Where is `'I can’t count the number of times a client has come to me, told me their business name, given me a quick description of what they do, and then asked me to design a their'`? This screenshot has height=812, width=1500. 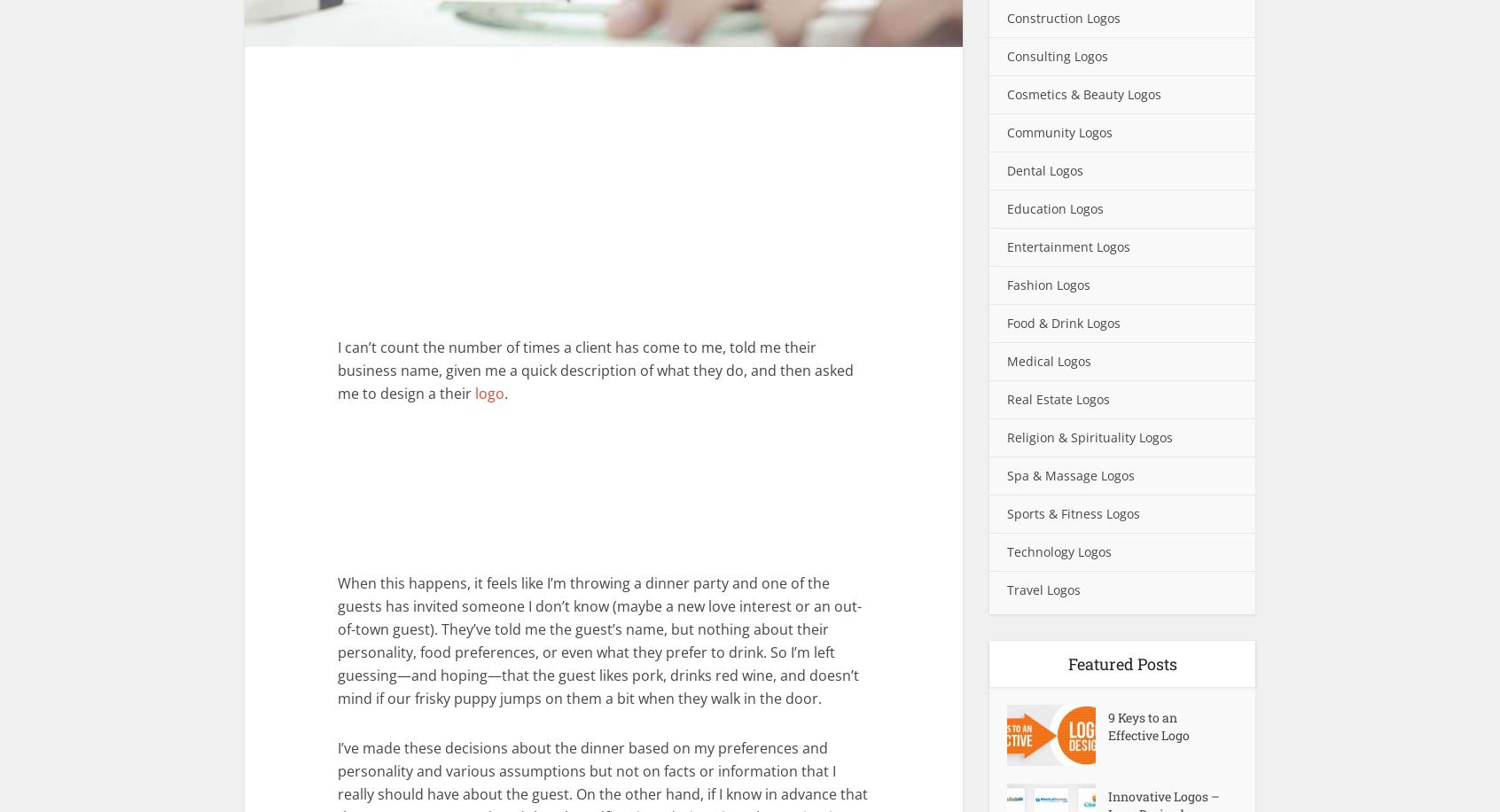
'I can’t count the number of times a client has come to me, told me their business name, given me a quick description of what they do, and then asked me to design a their' is located at coordinates (596, 369).